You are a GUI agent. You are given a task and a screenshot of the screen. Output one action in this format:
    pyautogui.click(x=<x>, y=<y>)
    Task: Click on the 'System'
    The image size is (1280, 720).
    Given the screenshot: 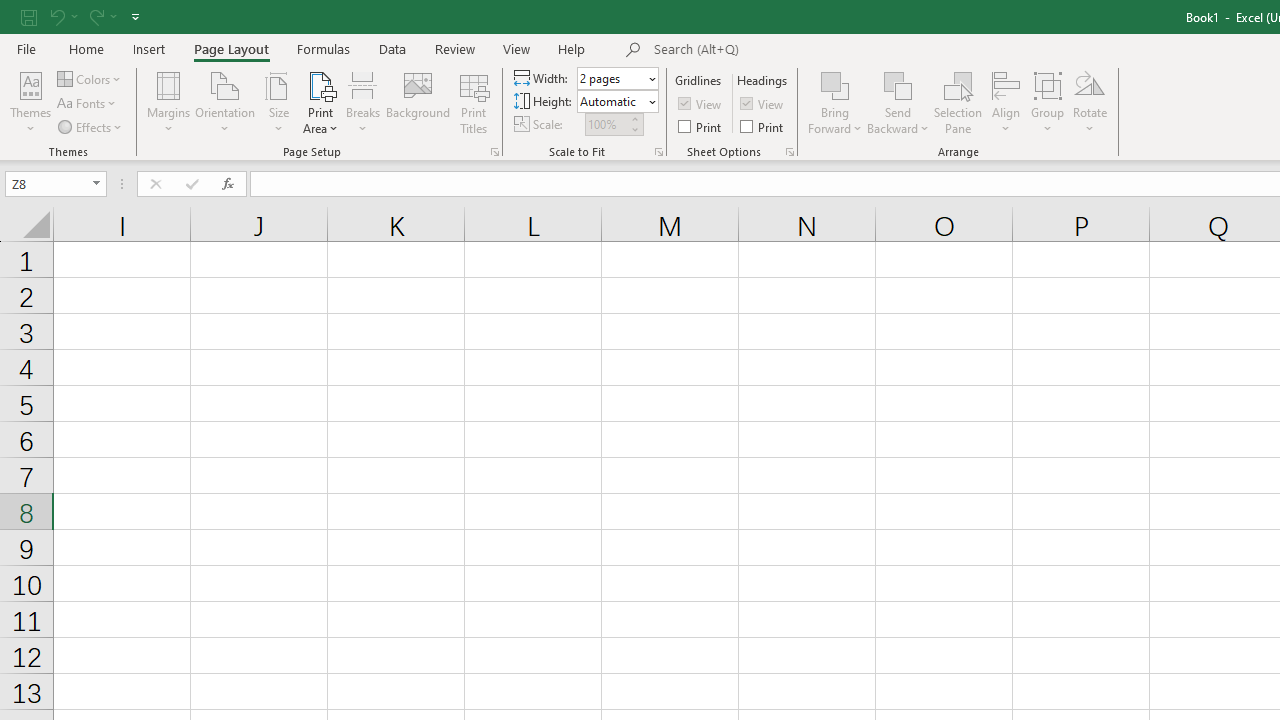 What is the action you would take?
    pyautogui.click(x=10, y=11)
    